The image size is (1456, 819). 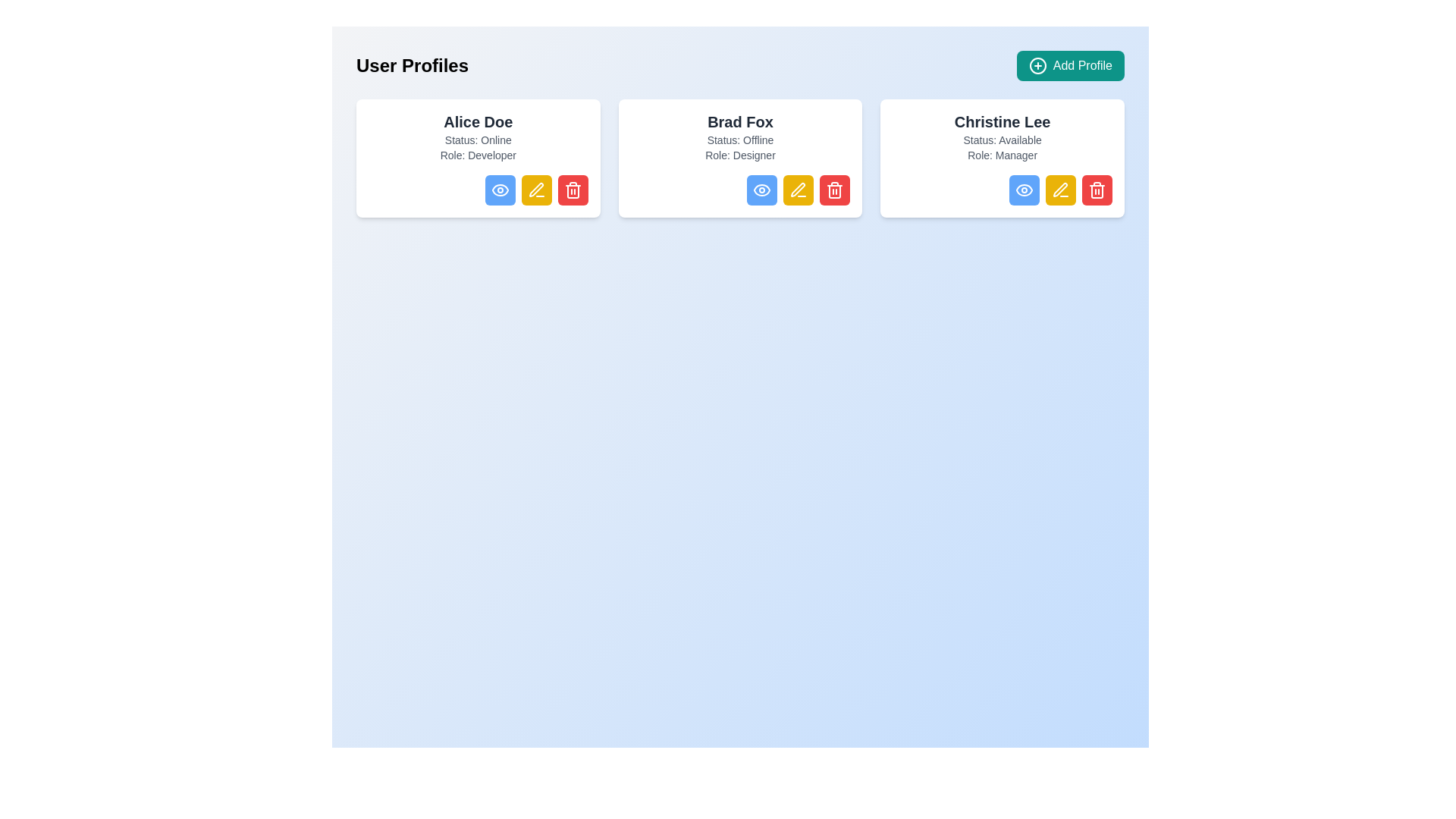 What do you see at coordinates (797, 189) in the screenshot?
I see `the yellow pencil icon, which is the second icon in a row of three, located at the bottom center of the user card for 'Brad Fox'` at bounding box center [797, 189].